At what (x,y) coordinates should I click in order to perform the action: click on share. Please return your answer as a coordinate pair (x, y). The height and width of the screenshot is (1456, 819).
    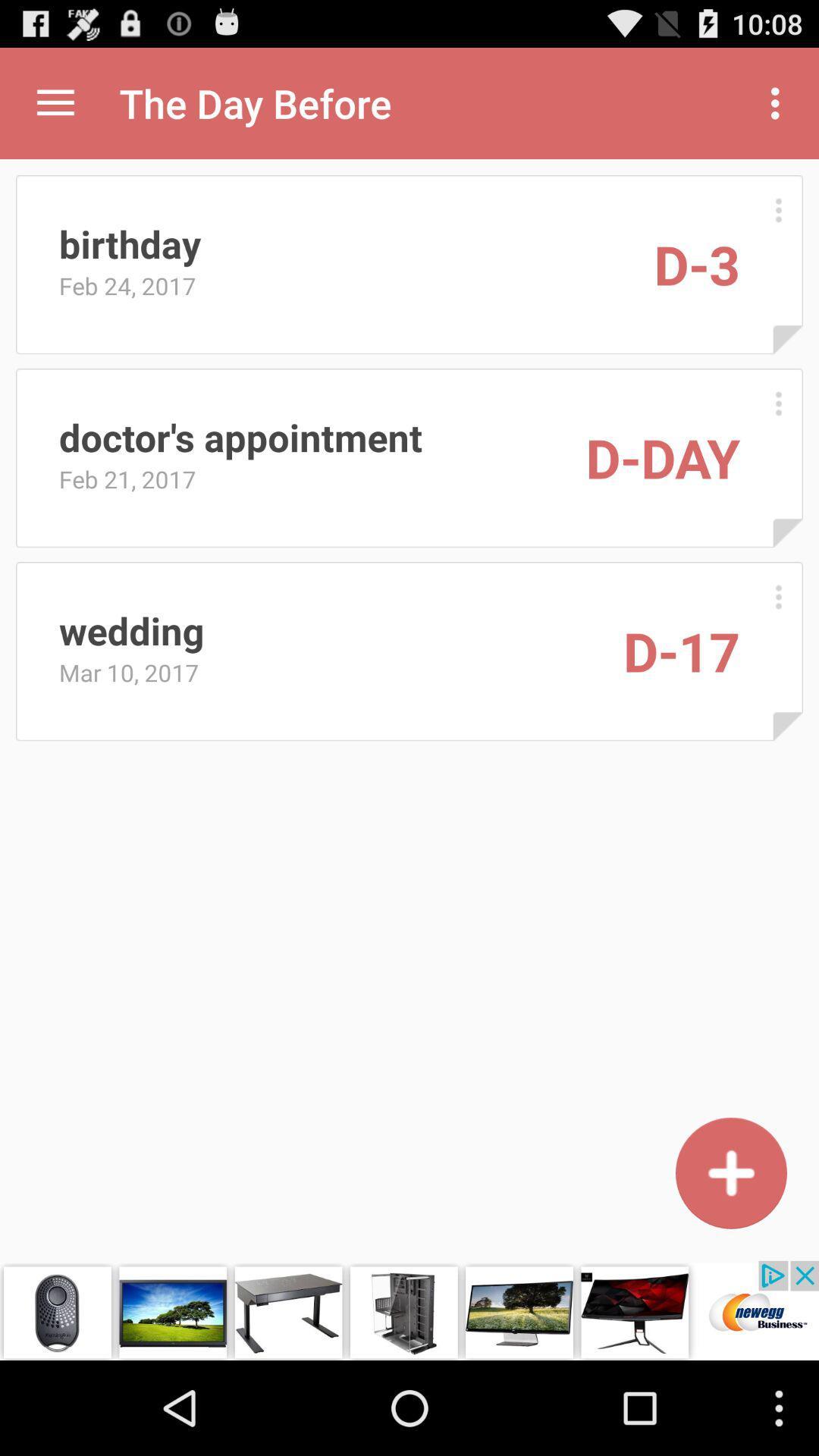
    Looking at the image, I should click on (55, 102).